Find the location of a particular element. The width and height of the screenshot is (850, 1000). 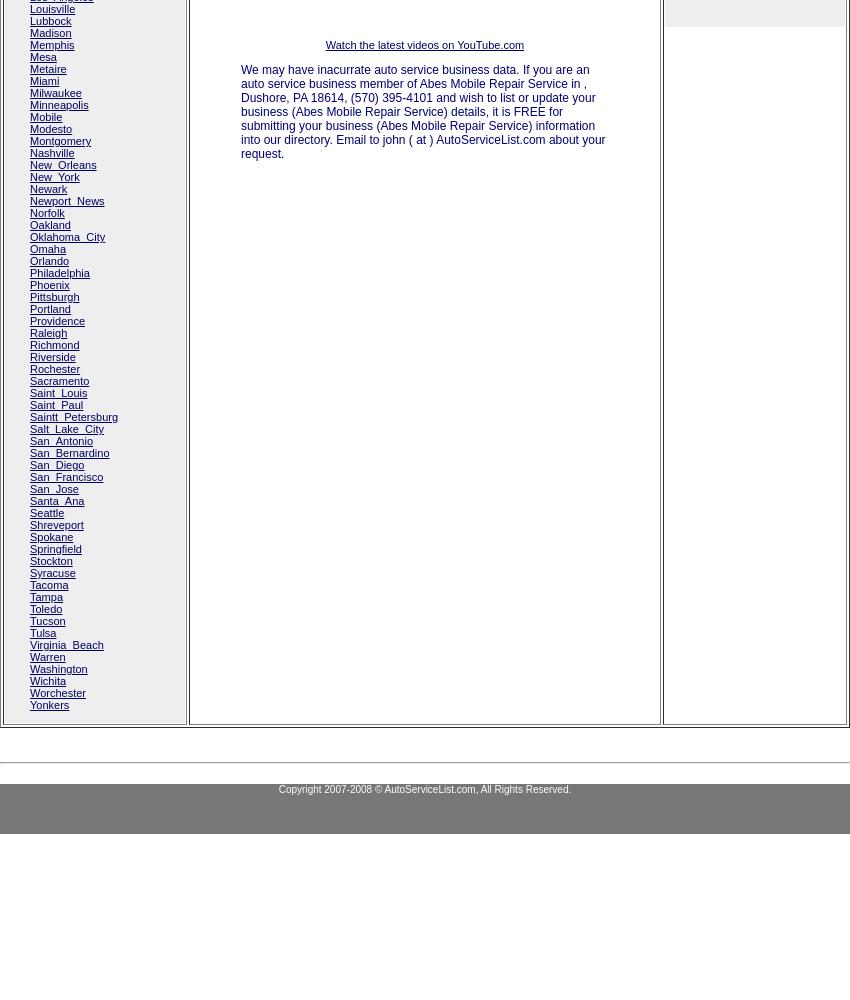

'Santa_Ana' is located at coordinates (57, 501).